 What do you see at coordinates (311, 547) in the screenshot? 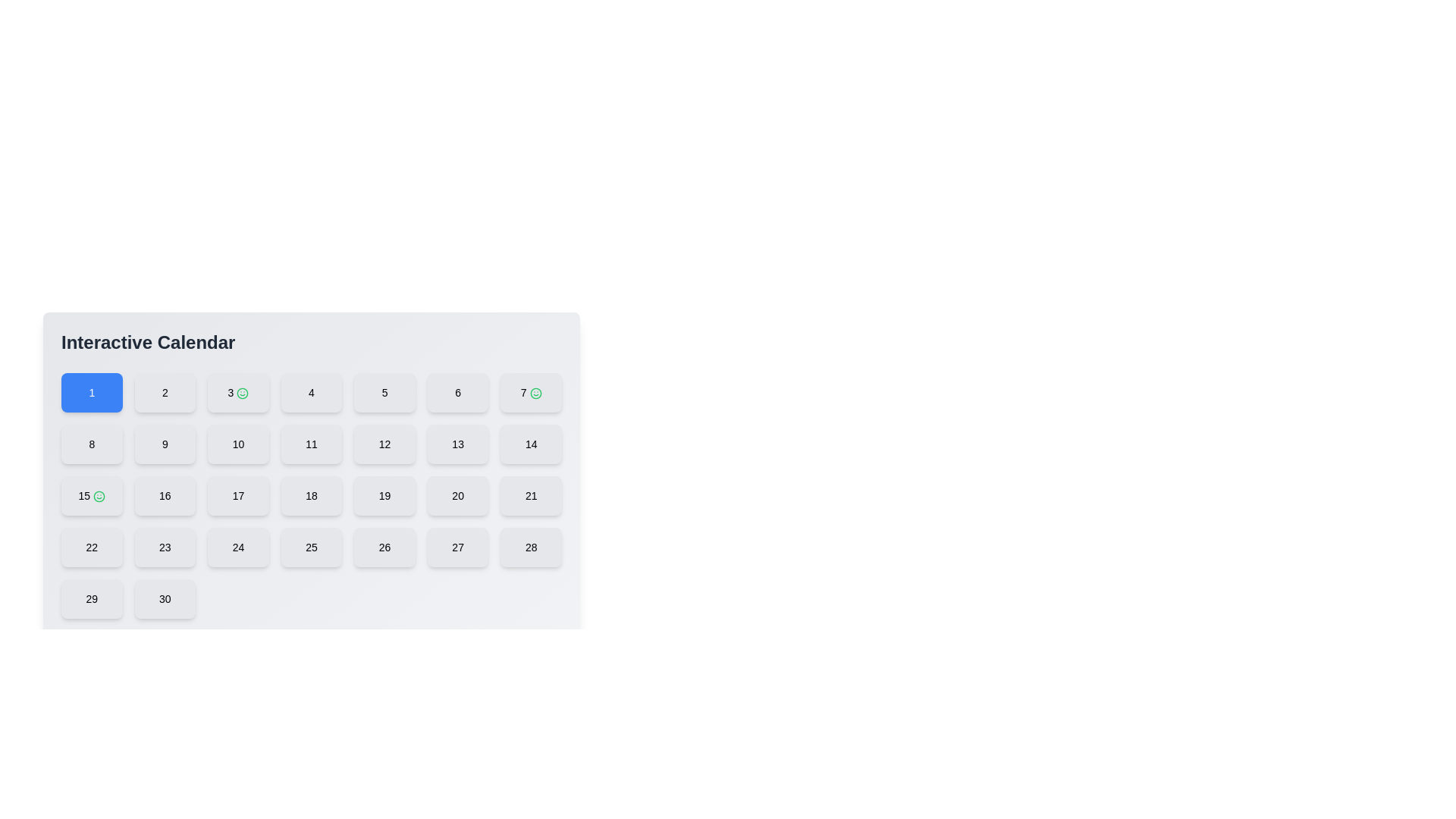
I see `the rounded rectangular button with the number '25' displayed in black font` at bounding box center [311, 547].